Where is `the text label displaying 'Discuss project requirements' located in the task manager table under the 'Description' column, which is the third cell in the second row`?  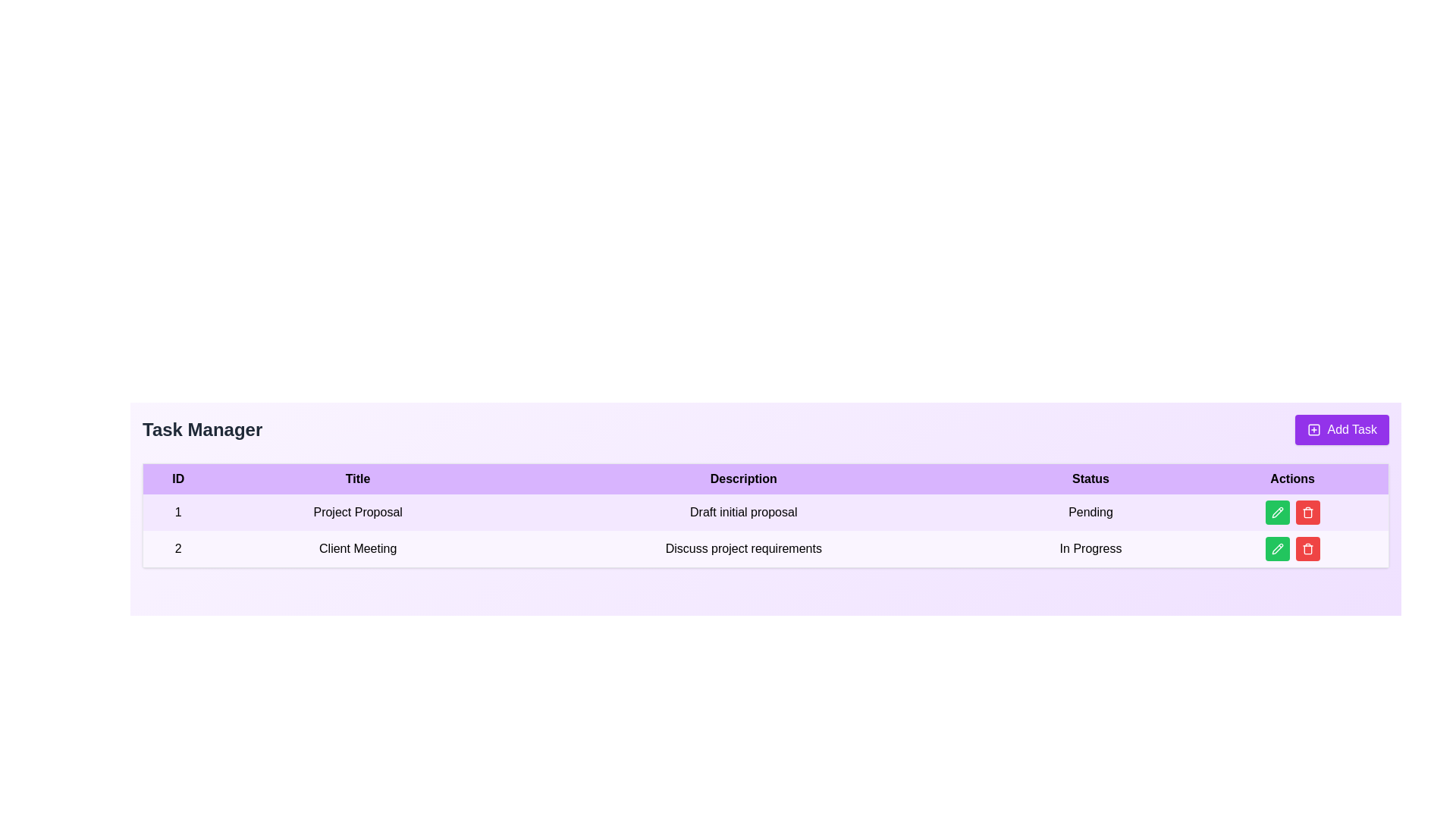
the text label displaying 'Discuss project requirements' located in the task manager table under the 'Description' column, which is the third cell in the second row is located at coordinates (743, 549).